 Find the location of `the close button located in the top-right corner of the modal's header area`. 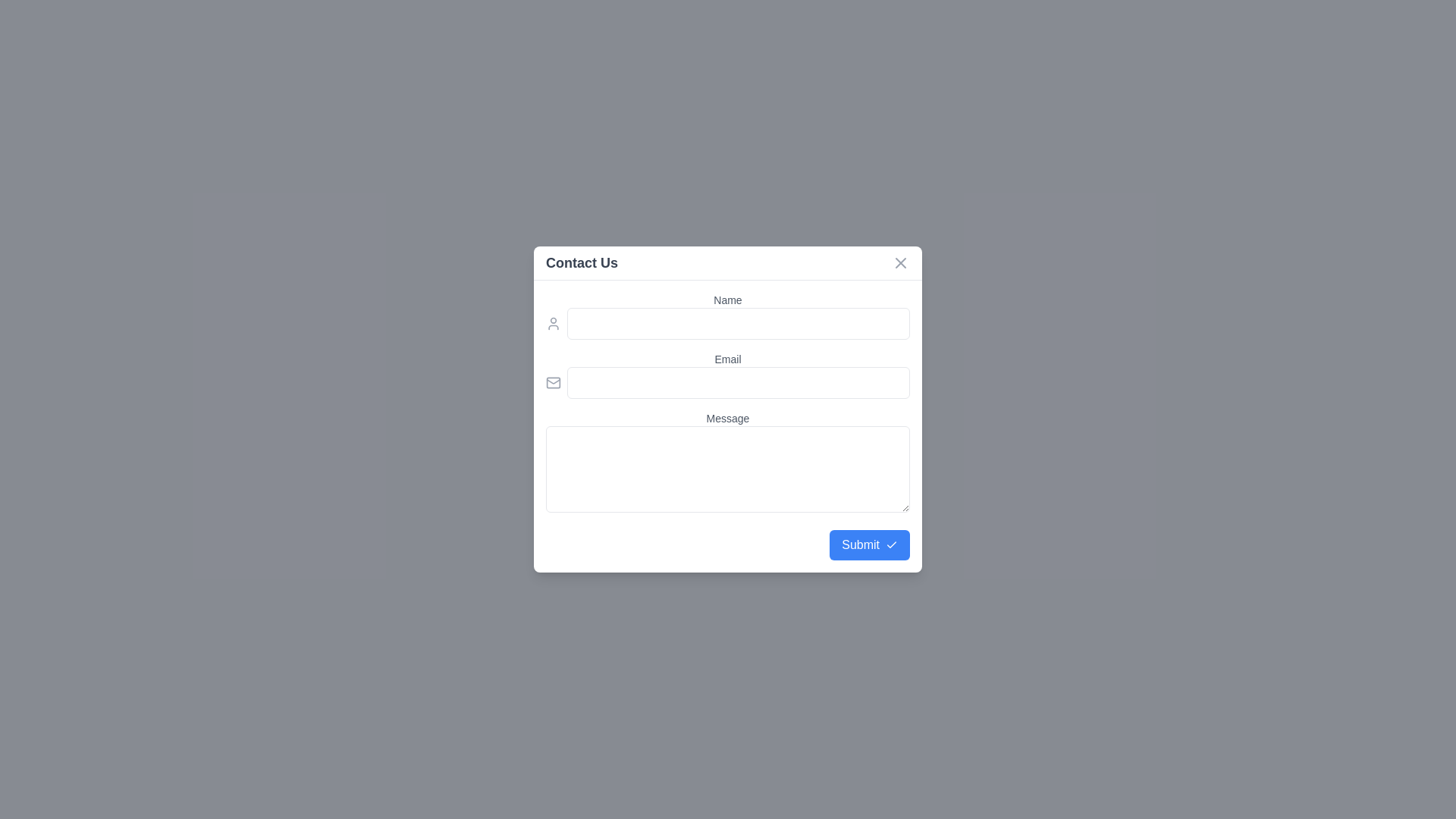

the close button located in the top-right corner of the modal's header area is located at coordinates (901, 262).